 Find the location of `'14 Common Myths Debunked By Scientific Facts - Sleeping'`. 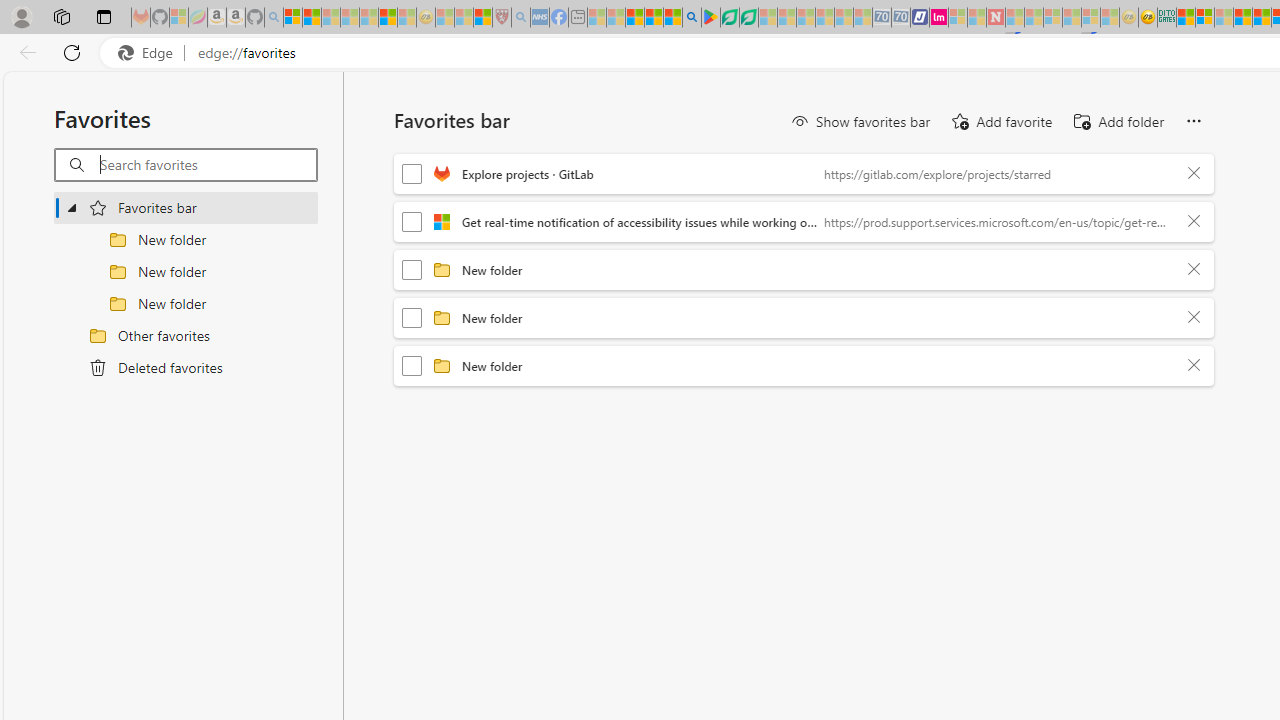

'14 Common Myths Debunked By Scientific Facts - Sleeping' is located at coordinates (1034, 17).